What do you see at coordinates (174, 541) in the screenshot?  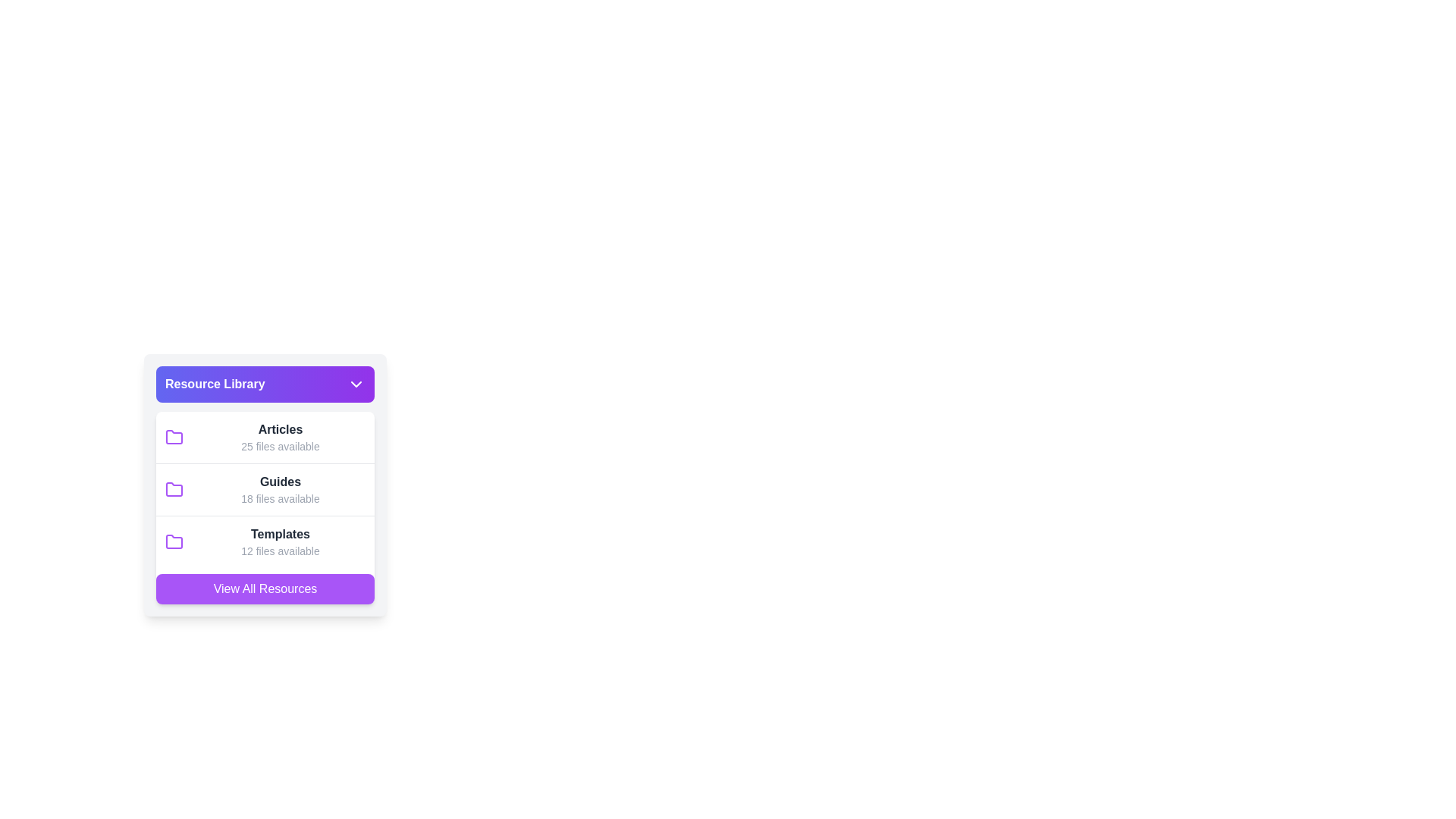 I see `the 'Templates' folder icon, which is the third item in the vertical list within the 'Resource Library' card` at bounding box center [174, 541].